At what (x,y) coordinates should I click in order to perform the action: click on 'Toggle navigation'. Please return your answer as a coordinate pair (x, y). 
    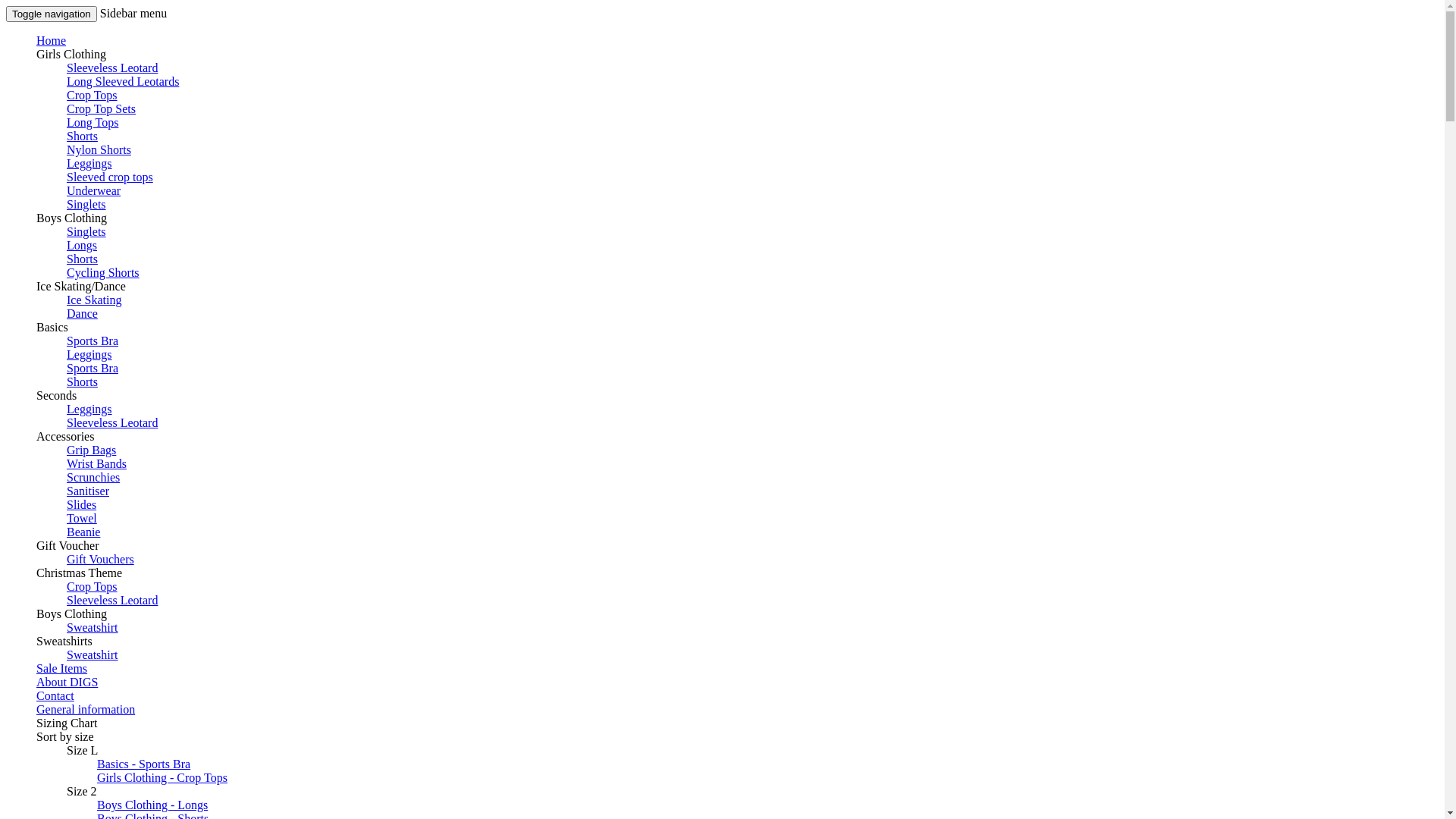
    Looking at the image, I should click on (51, 14).